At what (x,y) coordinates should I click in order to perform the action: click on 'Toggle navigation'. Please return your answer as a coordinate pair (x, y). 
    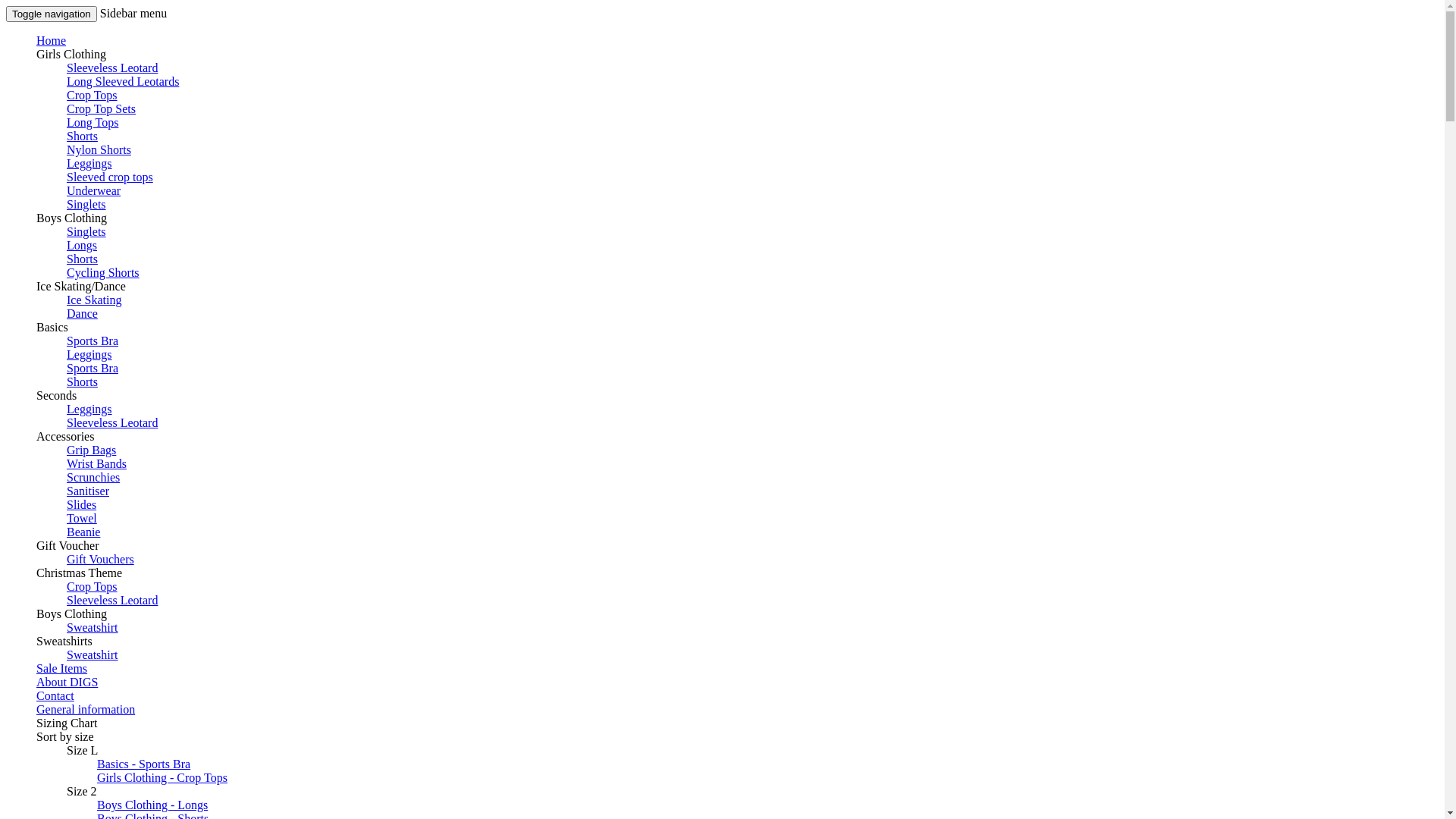
    Looking at the image, I should click on (51, 14).